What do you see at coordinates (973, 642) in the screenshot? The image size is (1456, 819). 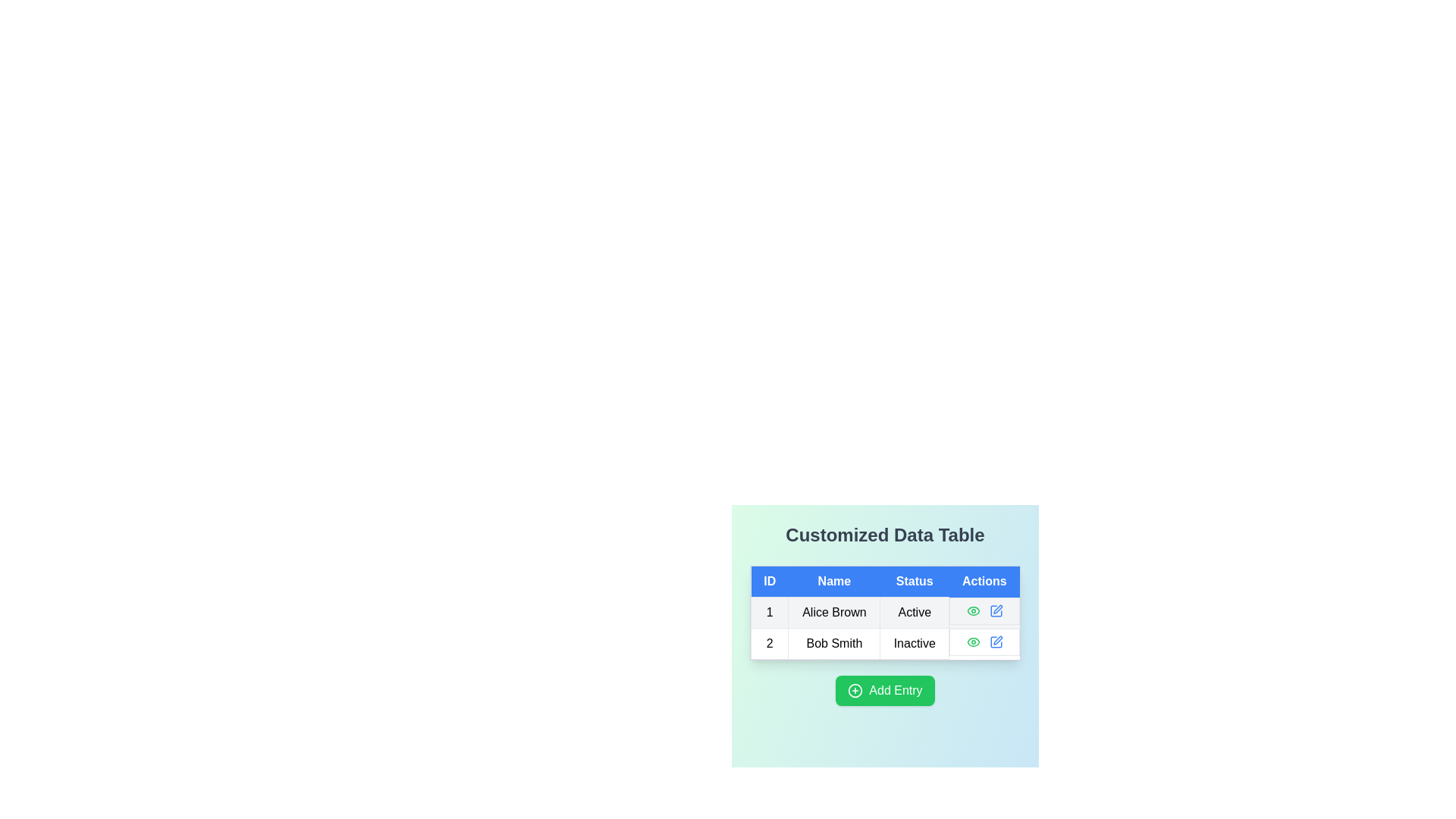 I see `the view action icon button located in the 'Actions' column of the second data row` at bounding box center [973, 642].